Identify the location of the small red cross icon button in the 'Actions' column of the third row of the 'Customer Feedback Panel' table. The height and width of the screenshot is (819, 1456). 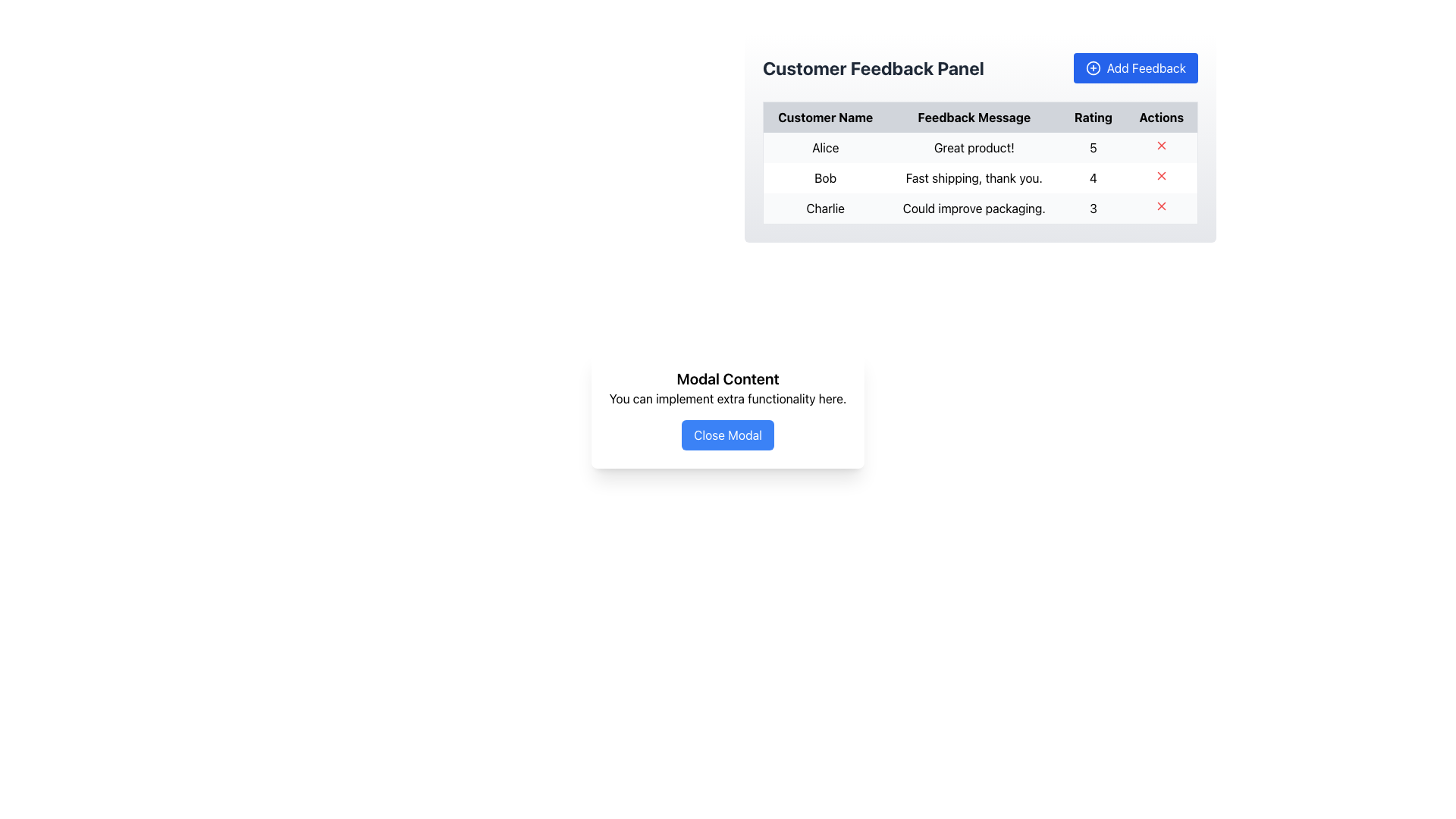
(1160, 206).